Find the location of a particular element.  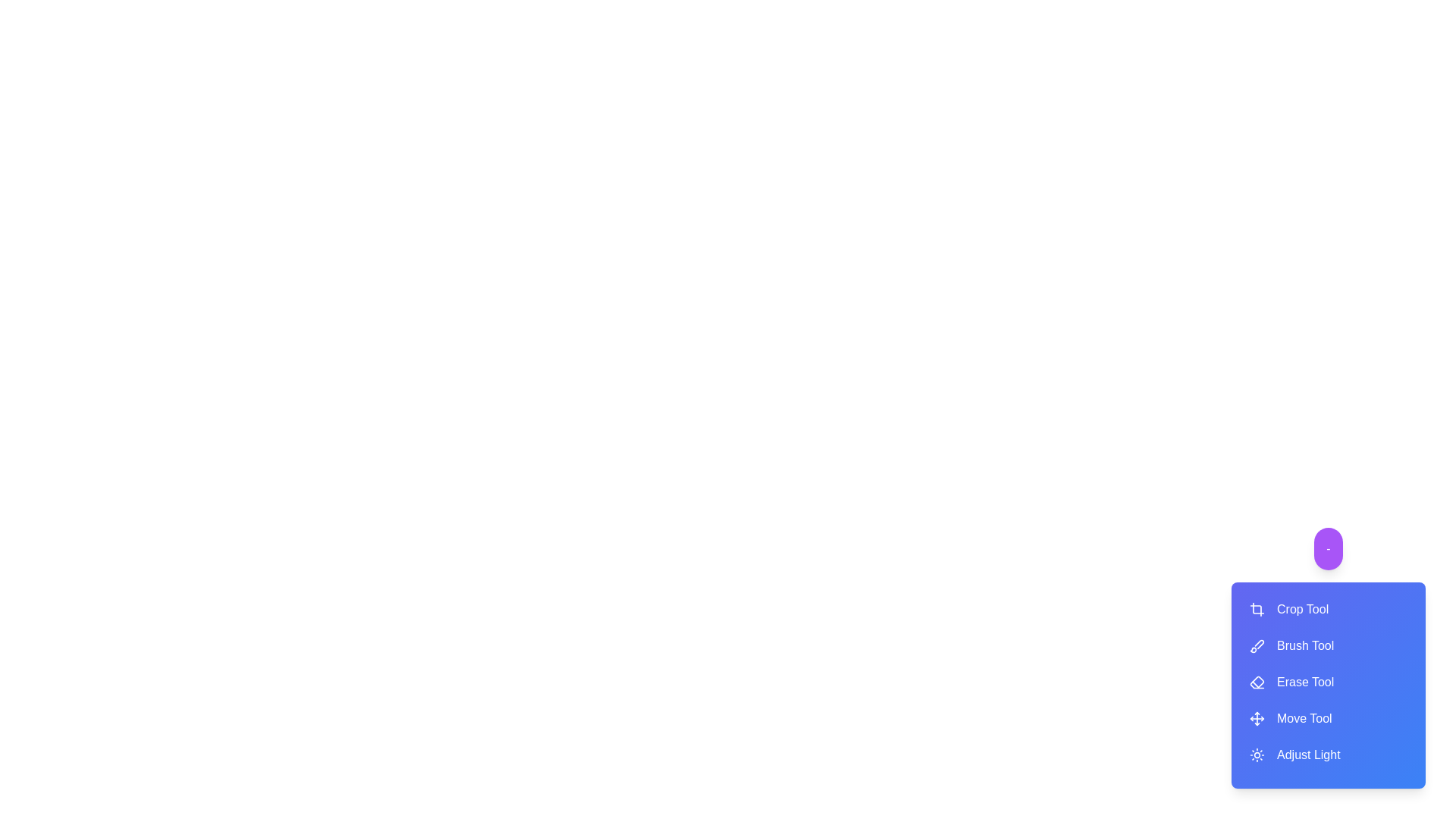

the 'Move Tool' icon located to the immediate left of the label 'Move Tool' in the bottom-right section of the menu is located at coordinates (1257, 718).